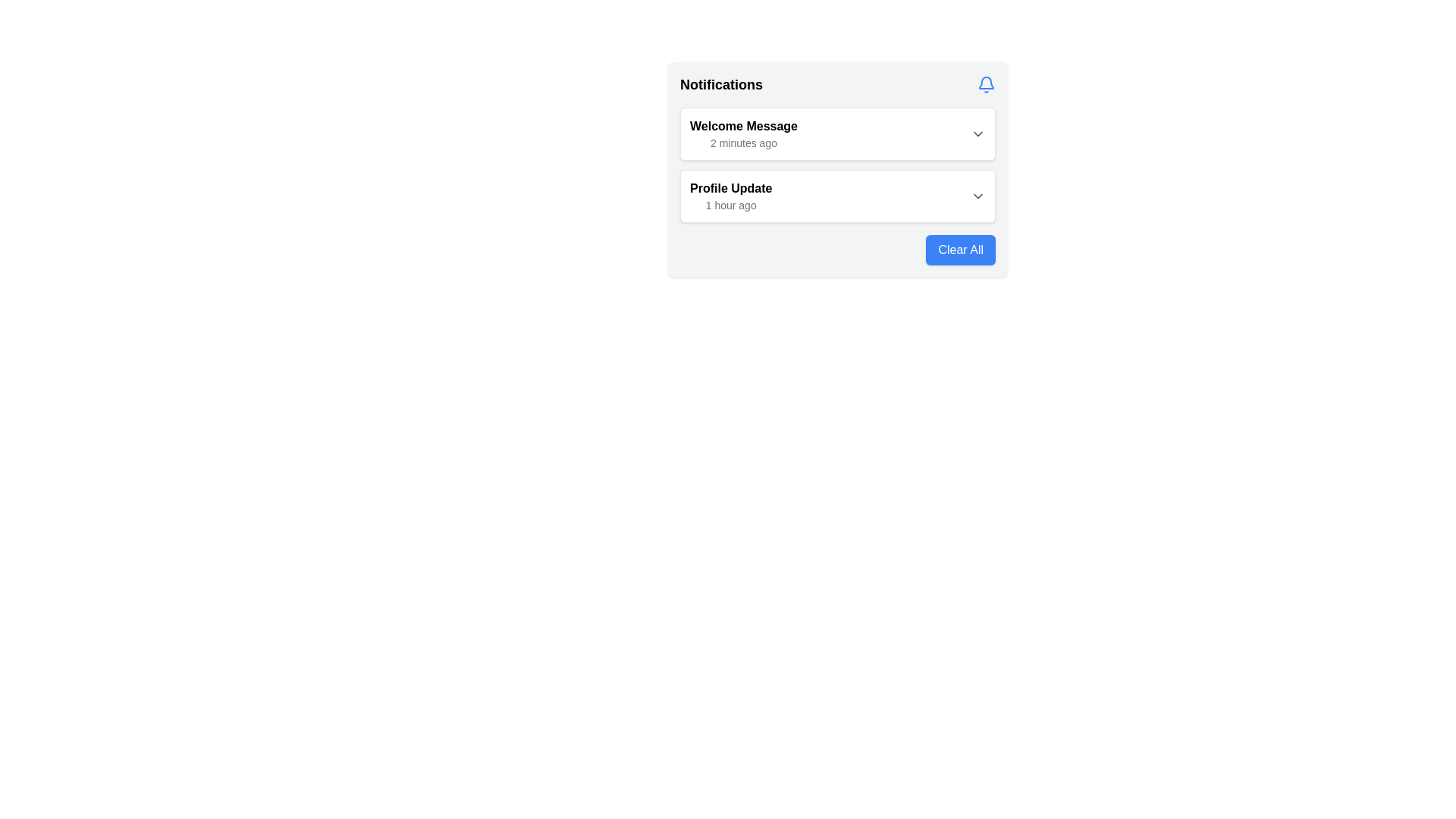  Describe the element at coordinates (731, 205) in the screenshot. I see `text label displaying '1 hour ago' which is located beneath the 'Profile Update' title in a small, gray font` at that location.